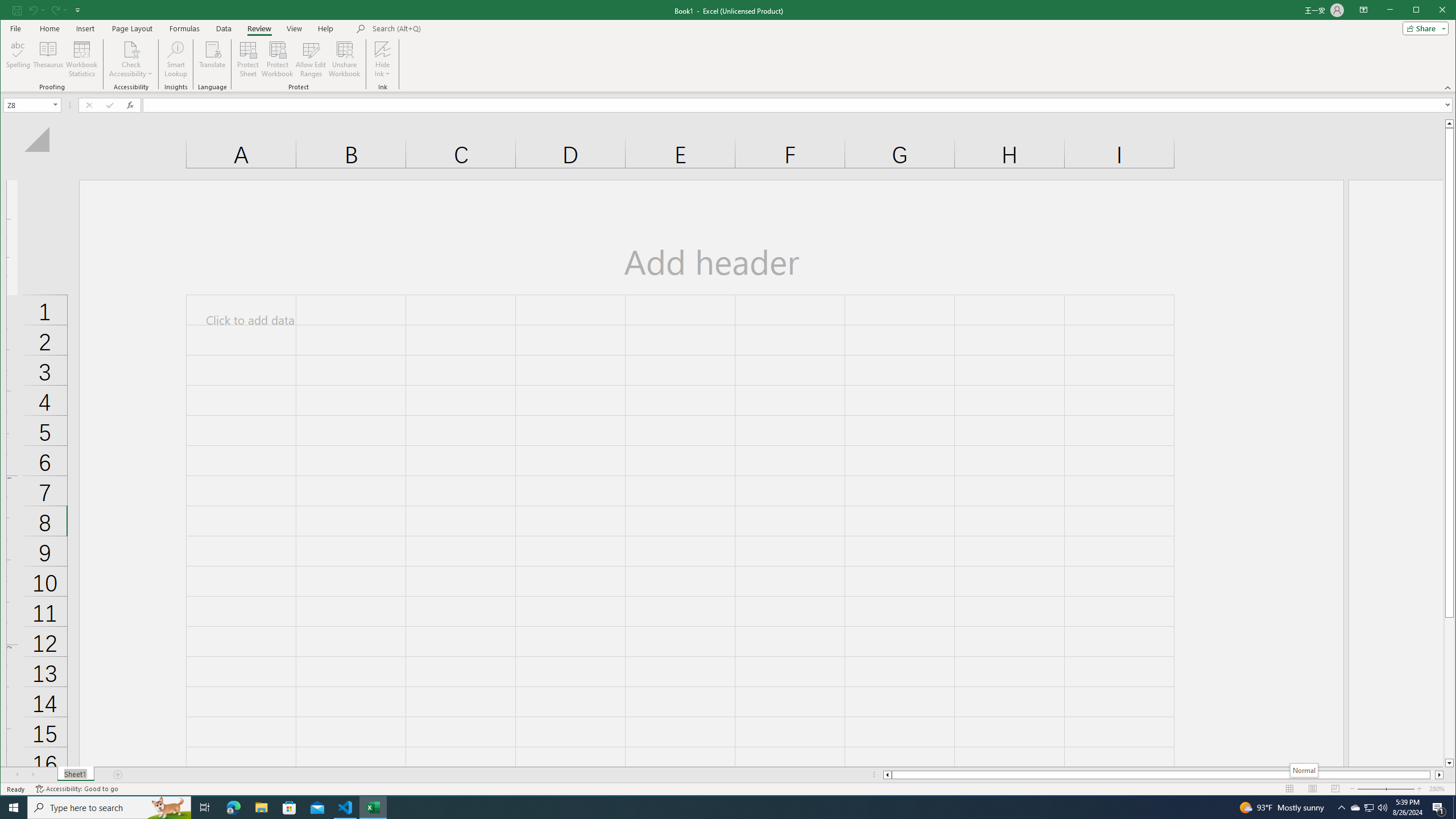 The image size is (1456, 819). Describe the element at coordinates (1335, 788) in the screenshot. I see `'Page Break Preview'` at that location.